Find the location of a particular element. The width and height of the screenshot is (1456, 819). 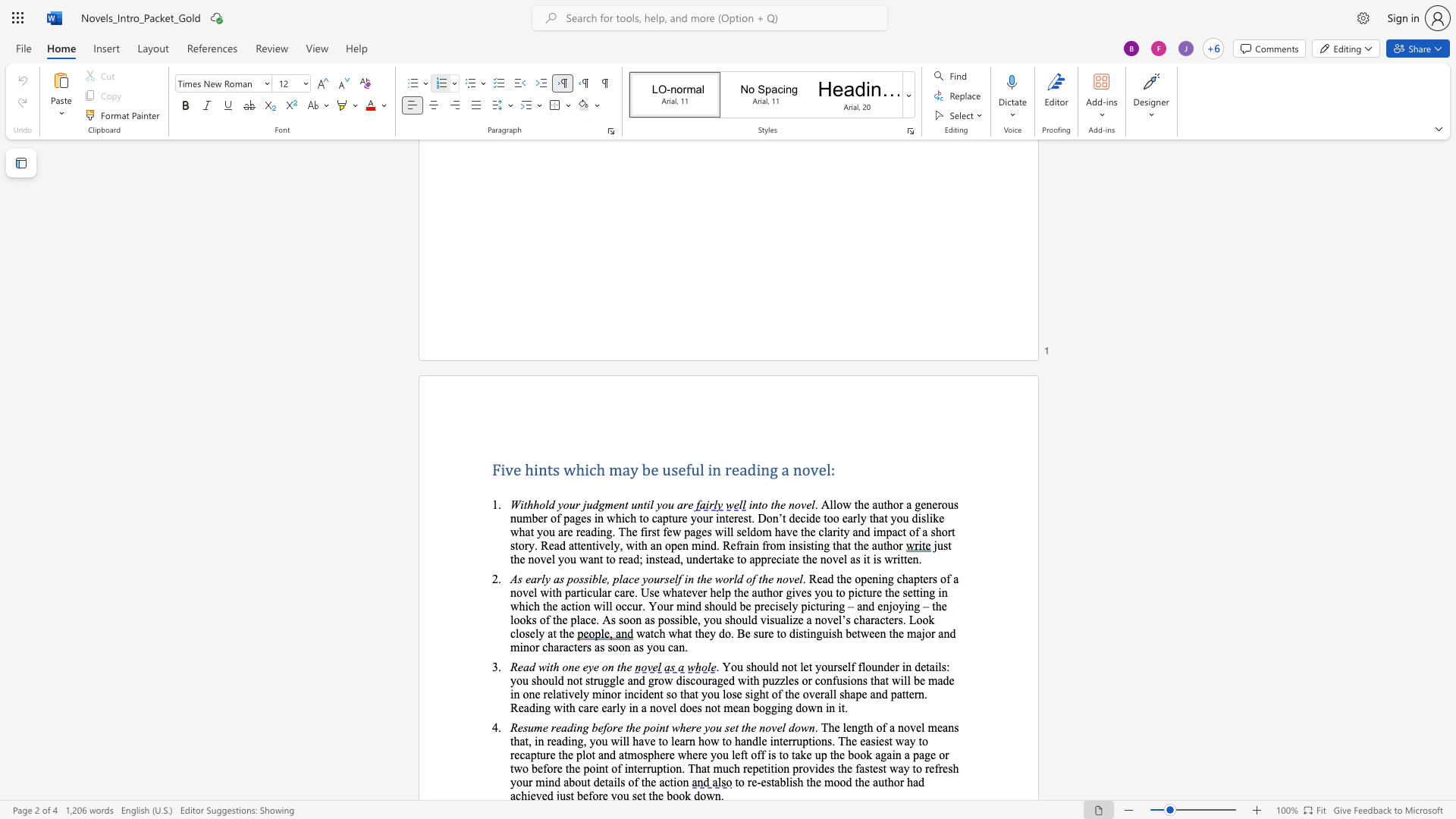

the space between the continuous character "f" and "o" in the text is located at coordinates (607, 726).